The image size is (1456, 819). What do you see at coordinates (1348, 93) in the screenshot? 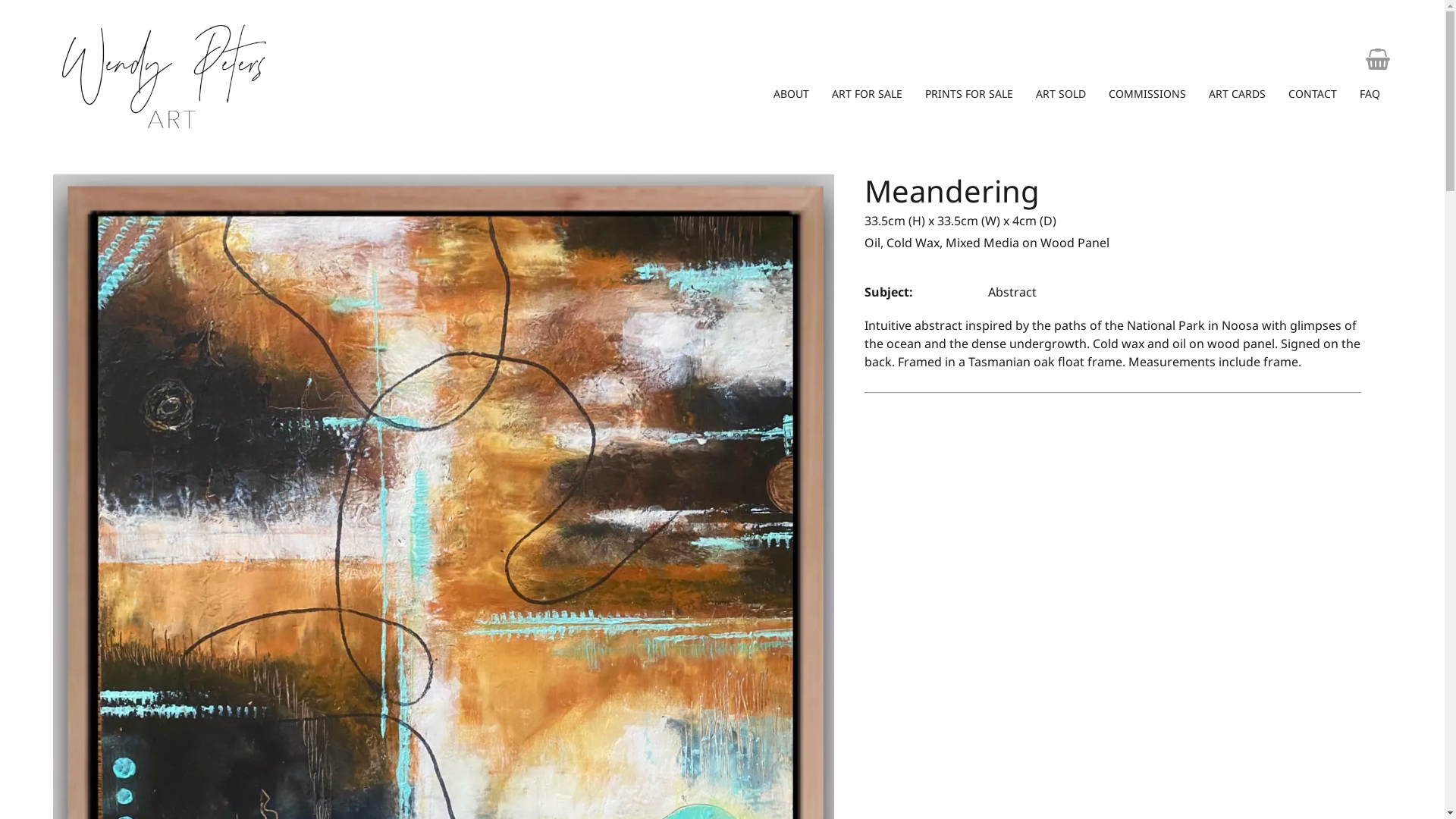
I see `'FAQ'` at bounding box center [1348, 93].